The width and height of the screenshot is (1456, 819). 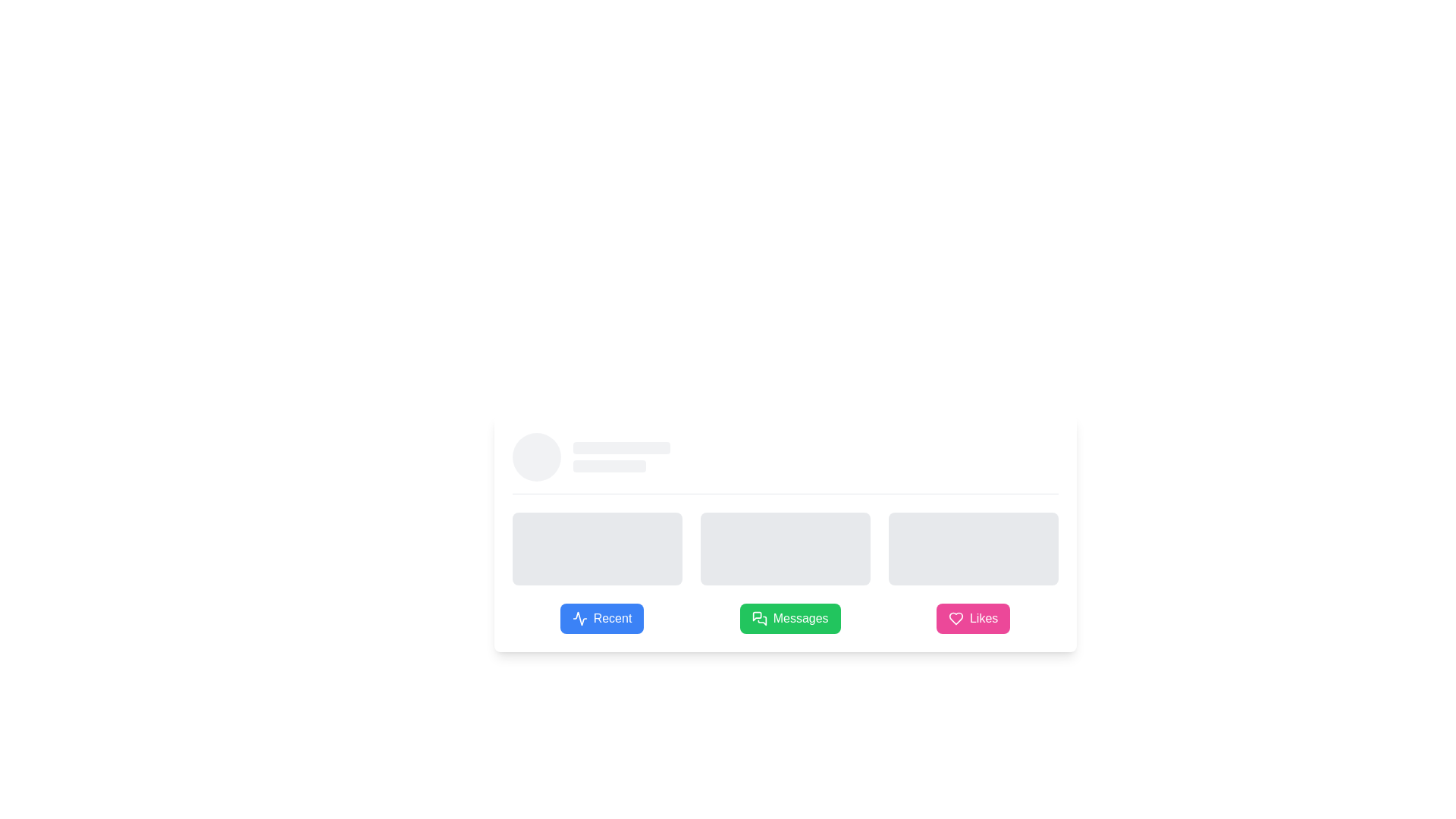 What do you see at coordinates (789, 619) in the screenshot?
I see `the 'Messages' button, which has a green background and white text` at bounding box center [789, 619].